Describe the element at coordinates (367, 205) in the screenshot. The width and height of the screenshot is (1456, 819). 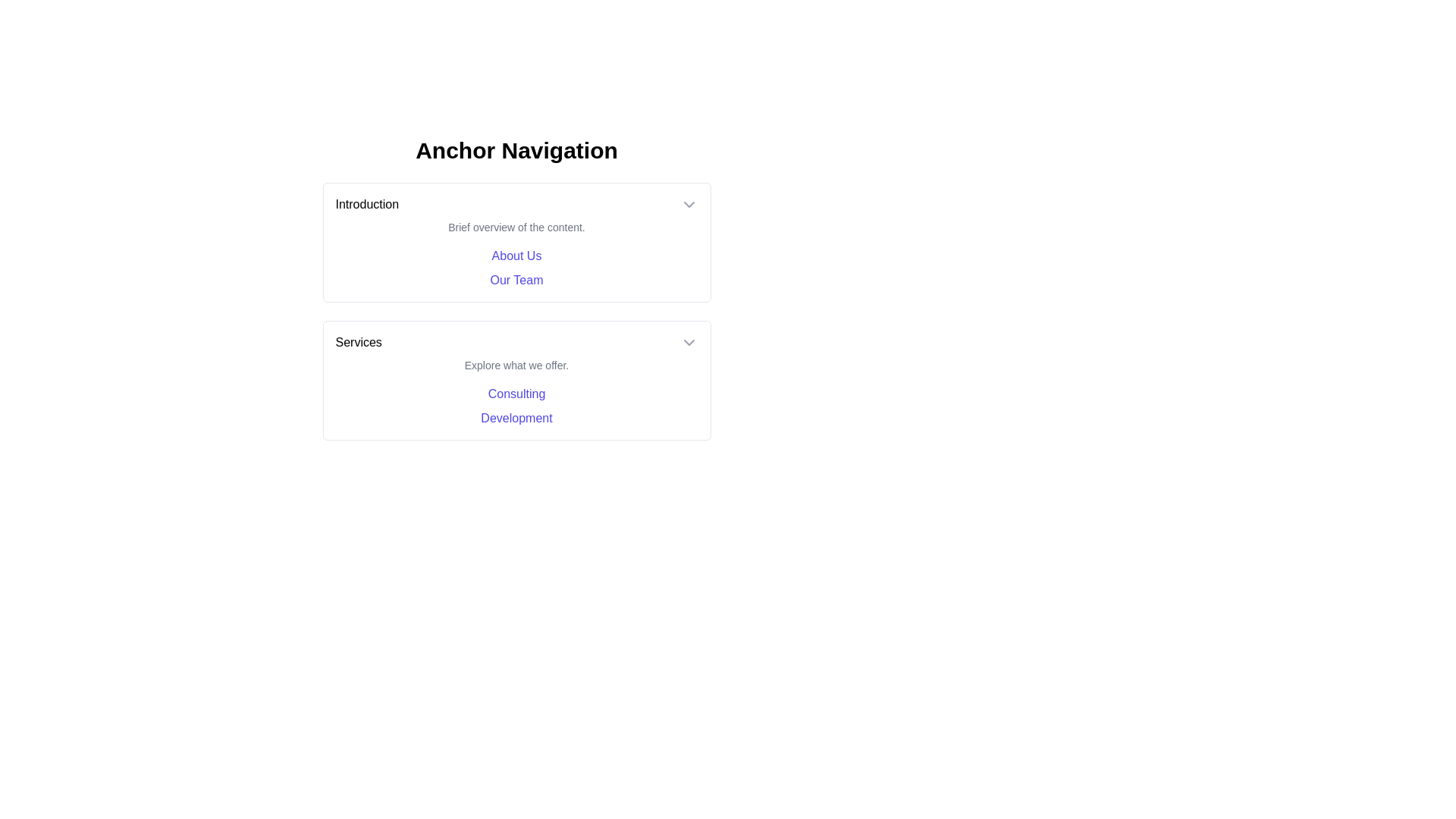
I see `the text heading labeled 'Introduction' at the top-left of the 'Anchor Navigation' section` at that location.